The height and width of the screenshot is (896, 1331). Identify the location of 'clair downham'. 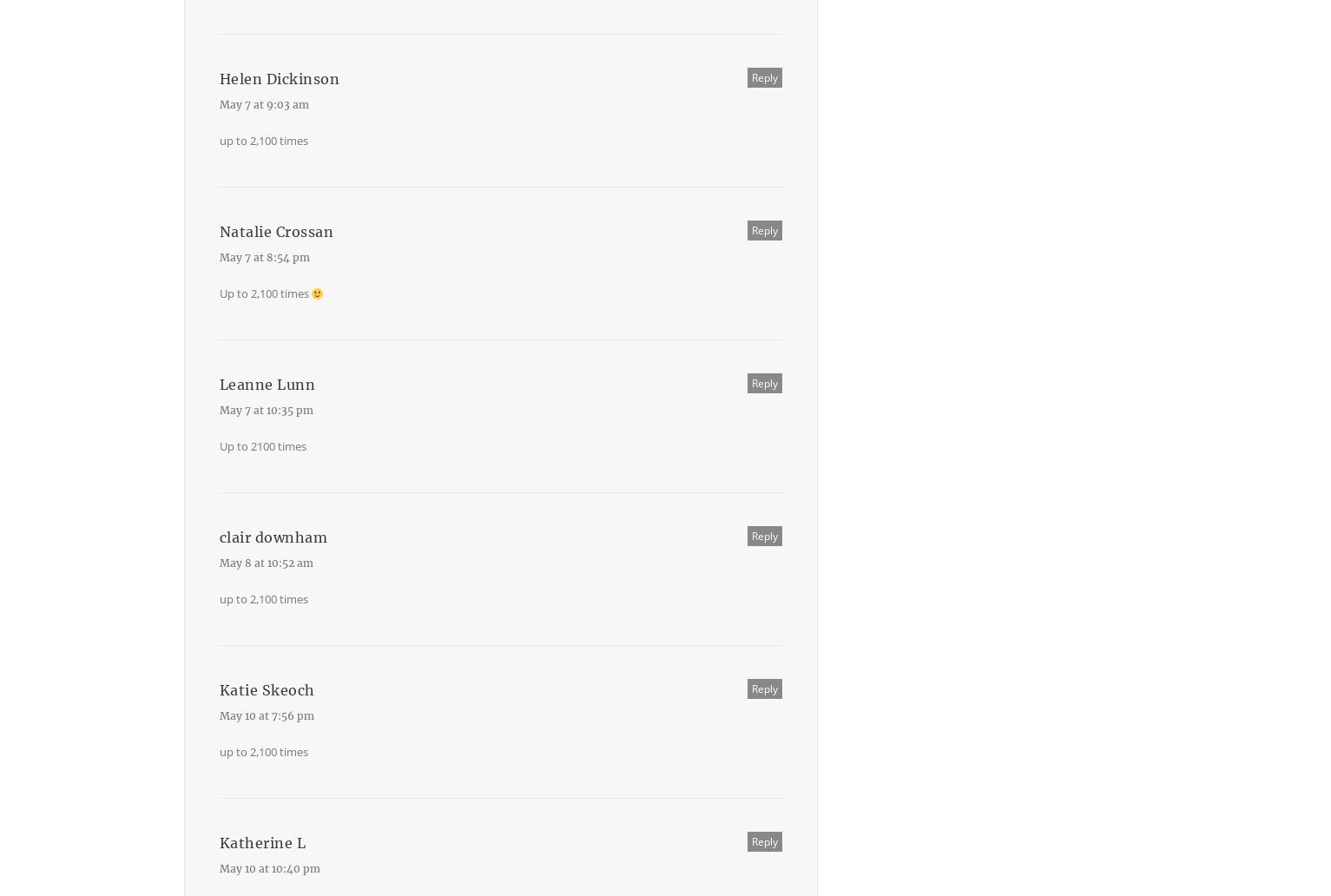
(273, 537).